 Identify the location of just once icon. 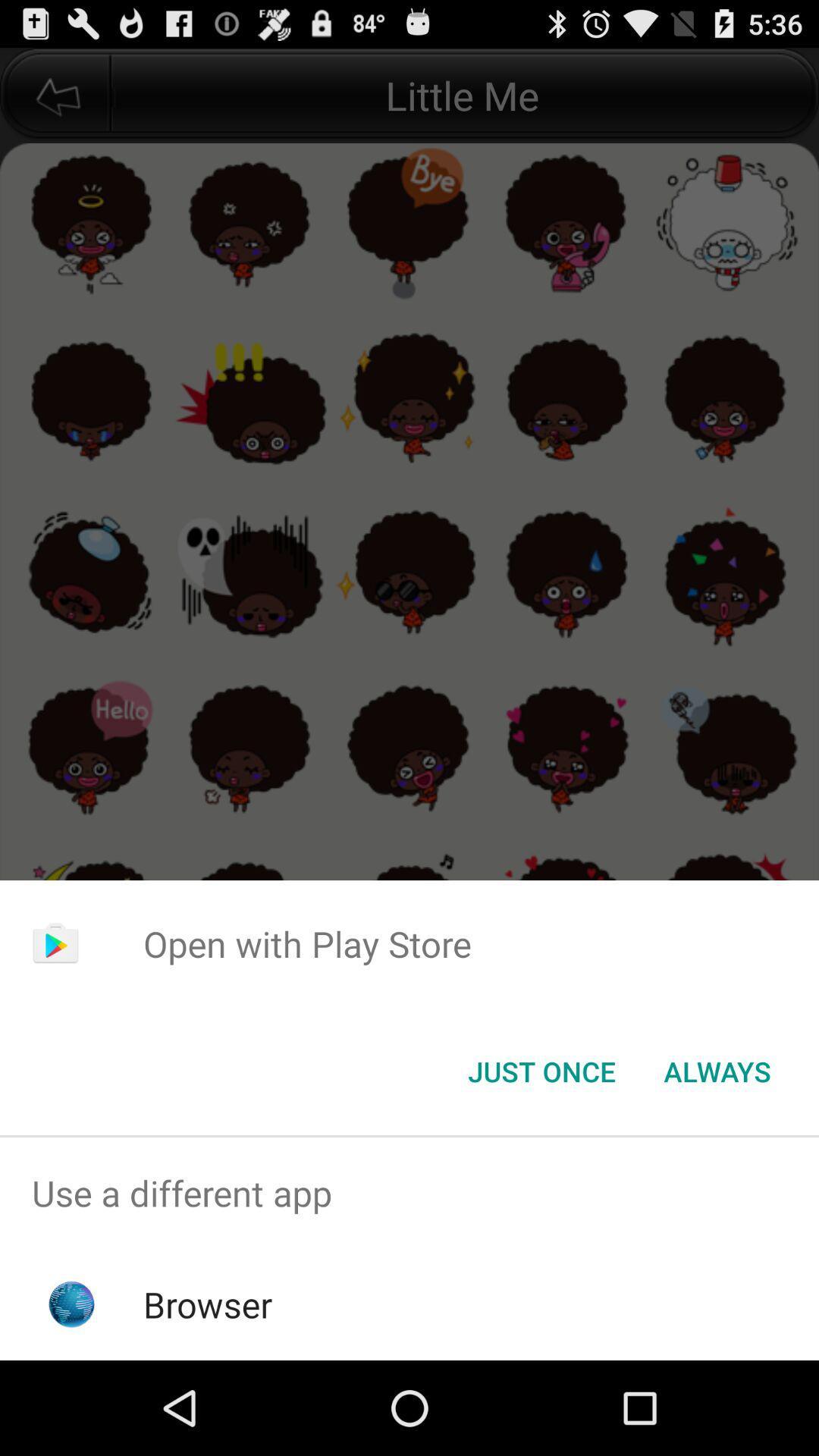
(541, 1070).